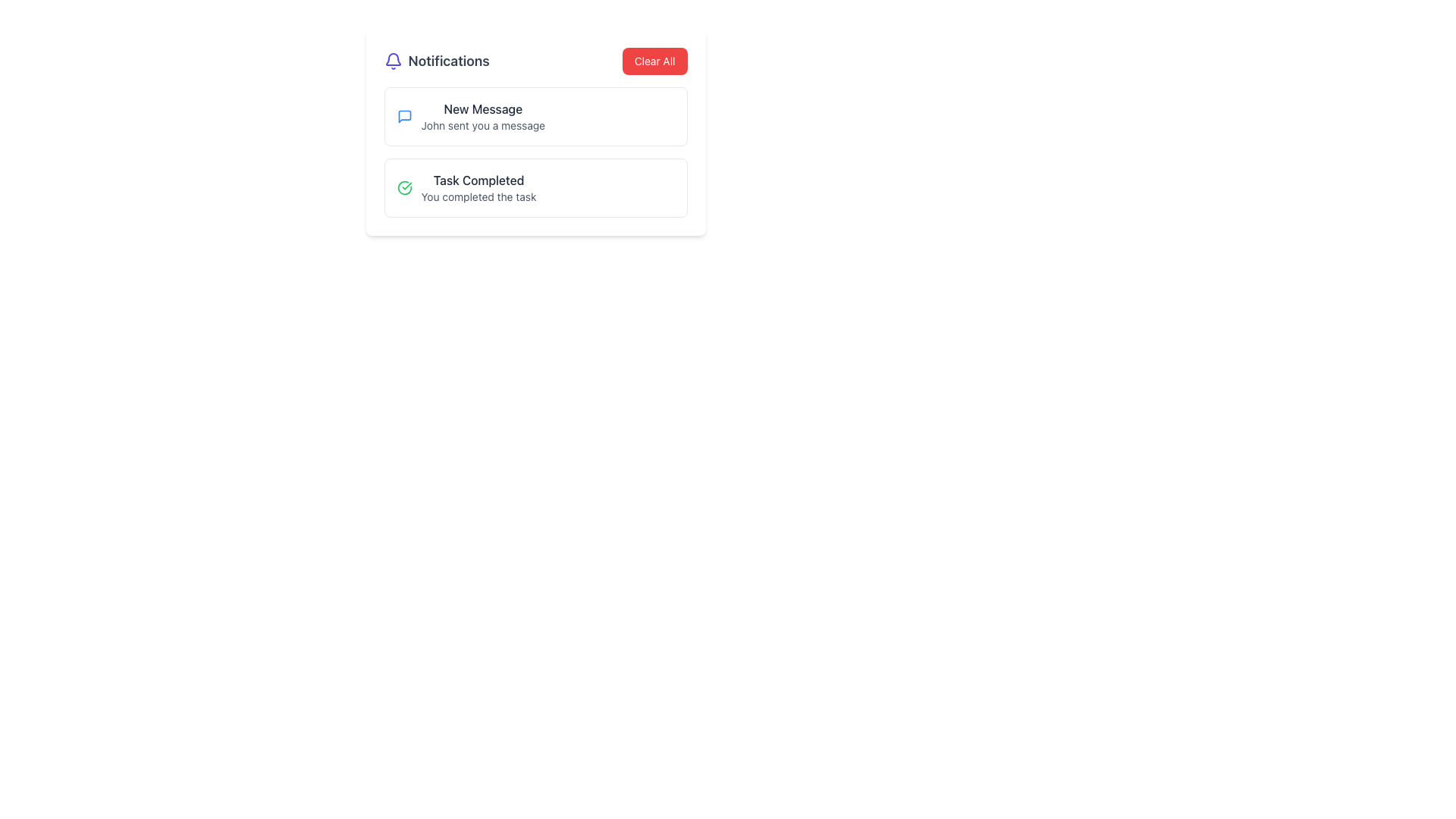  Describe the element at coordinates (393, 61) in the screenshot. I see `the indigo bell icon representing notifications, located to the left of the 'Notifications' section title` at that location.